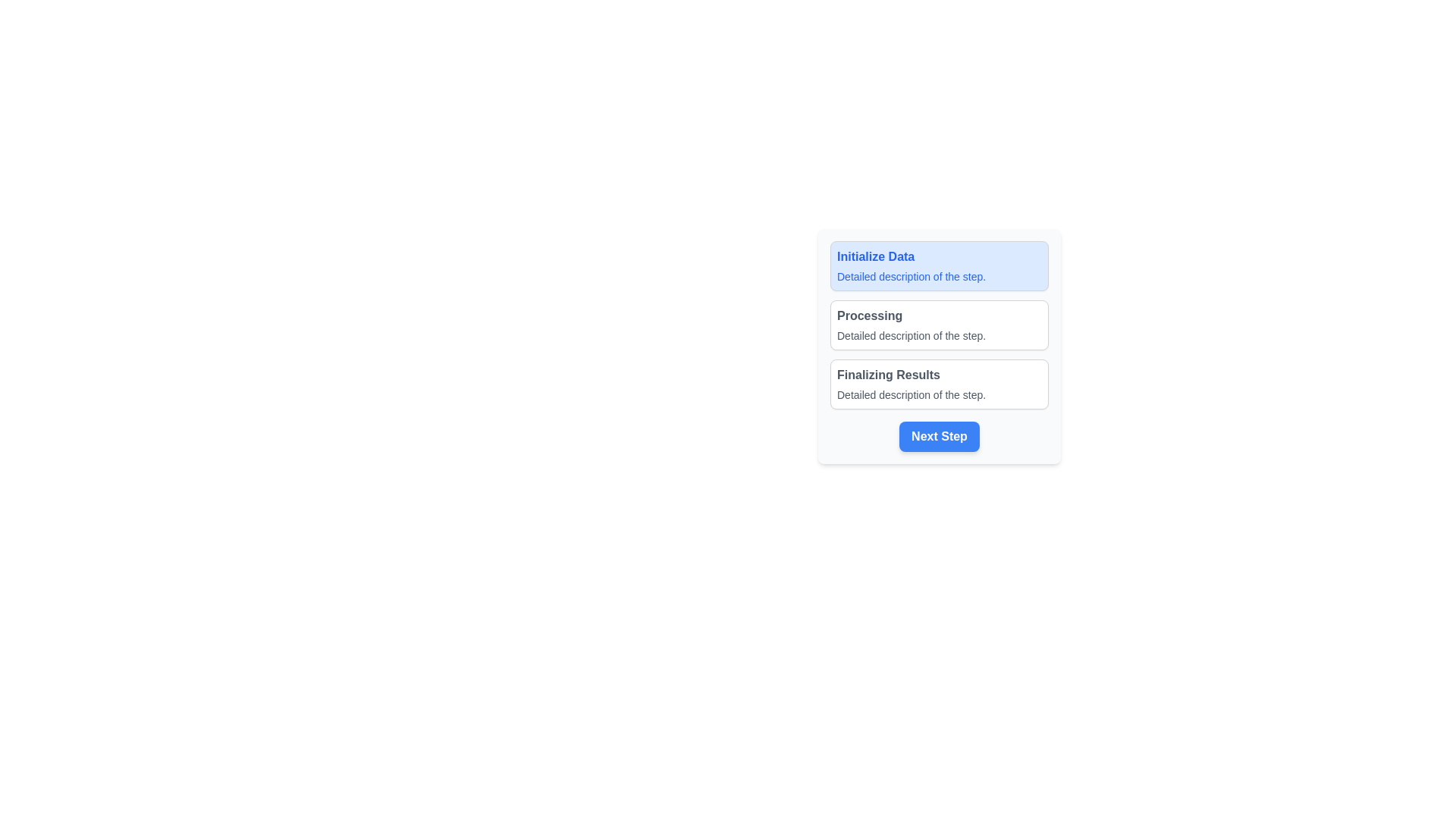 This screenshot has height=819, width=1456. Describe the element at coordinates (938, 383) in the screenshot. I see `the informational block that indicates the current process step titled 'Finalizing Results' in the multi-step process interface` at that location.